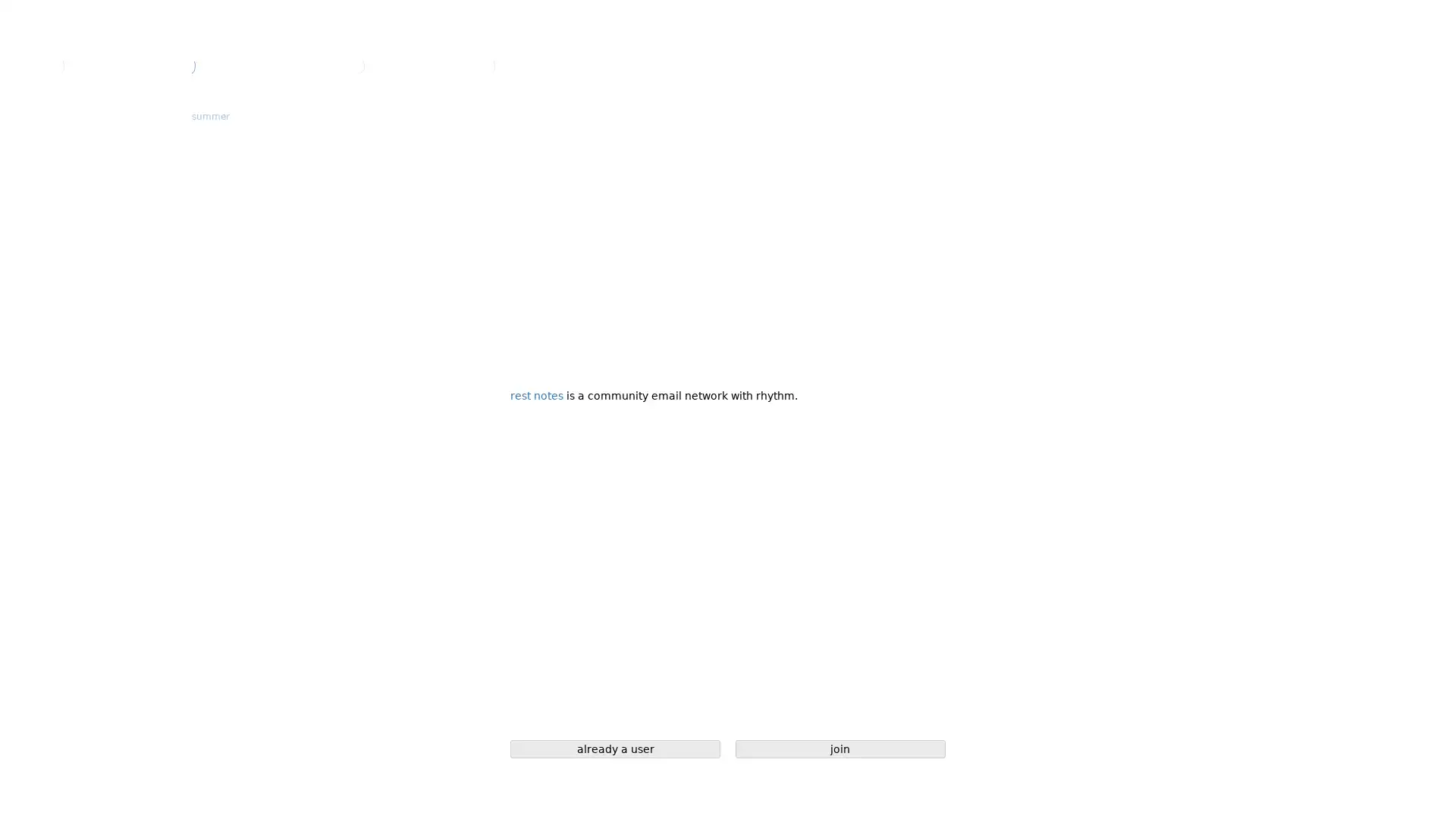  What do you see at coordinates (615, 748) in the screenshot?
I see `already a user` at bounding box center [615, 748].